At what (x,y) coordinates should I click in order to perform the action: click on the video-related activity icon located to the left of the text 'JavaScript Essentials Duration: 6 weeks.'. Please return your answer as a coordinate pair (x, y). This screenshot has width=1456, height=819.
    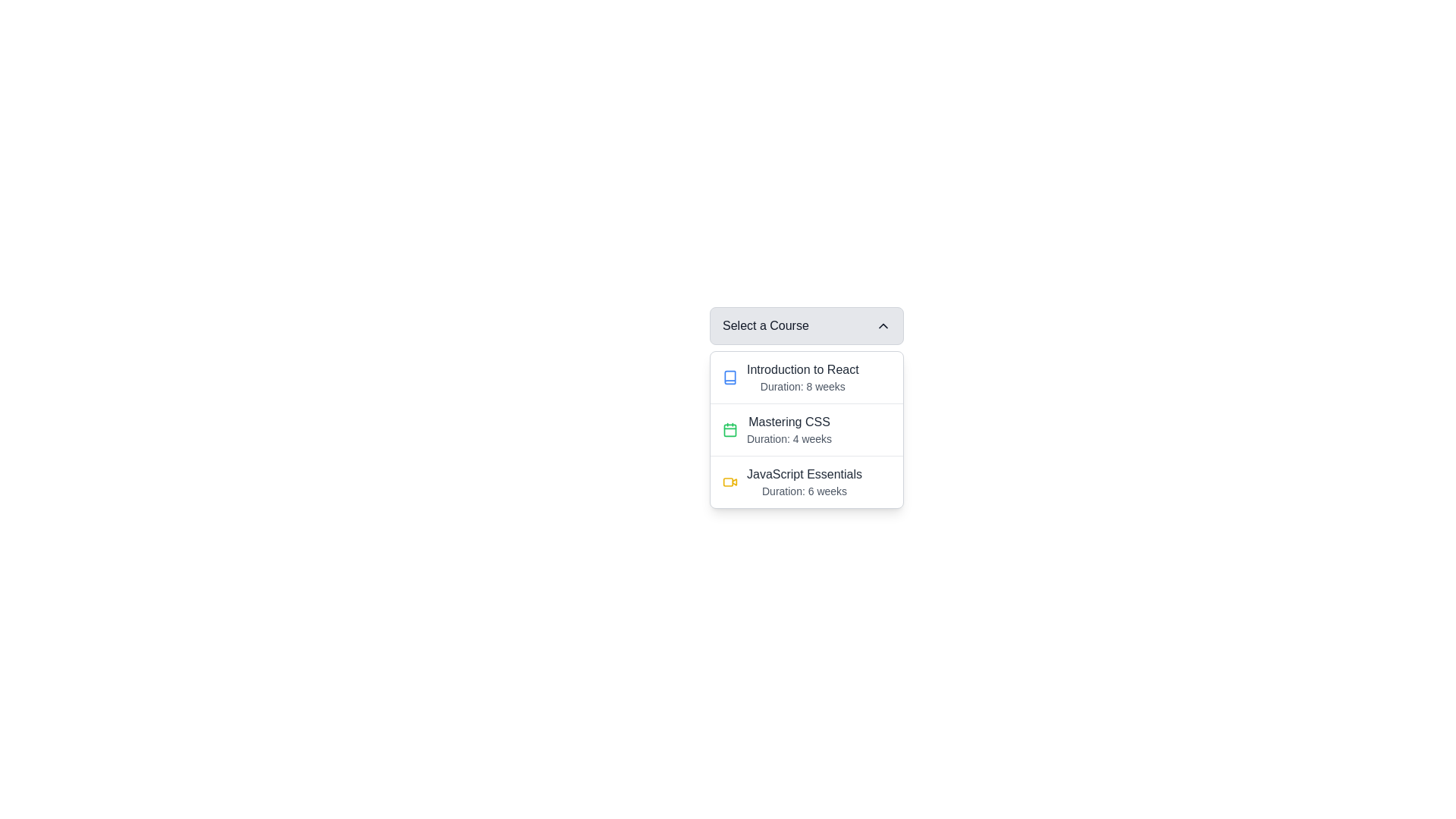
    Looking at the image, I should click on (730, 482).